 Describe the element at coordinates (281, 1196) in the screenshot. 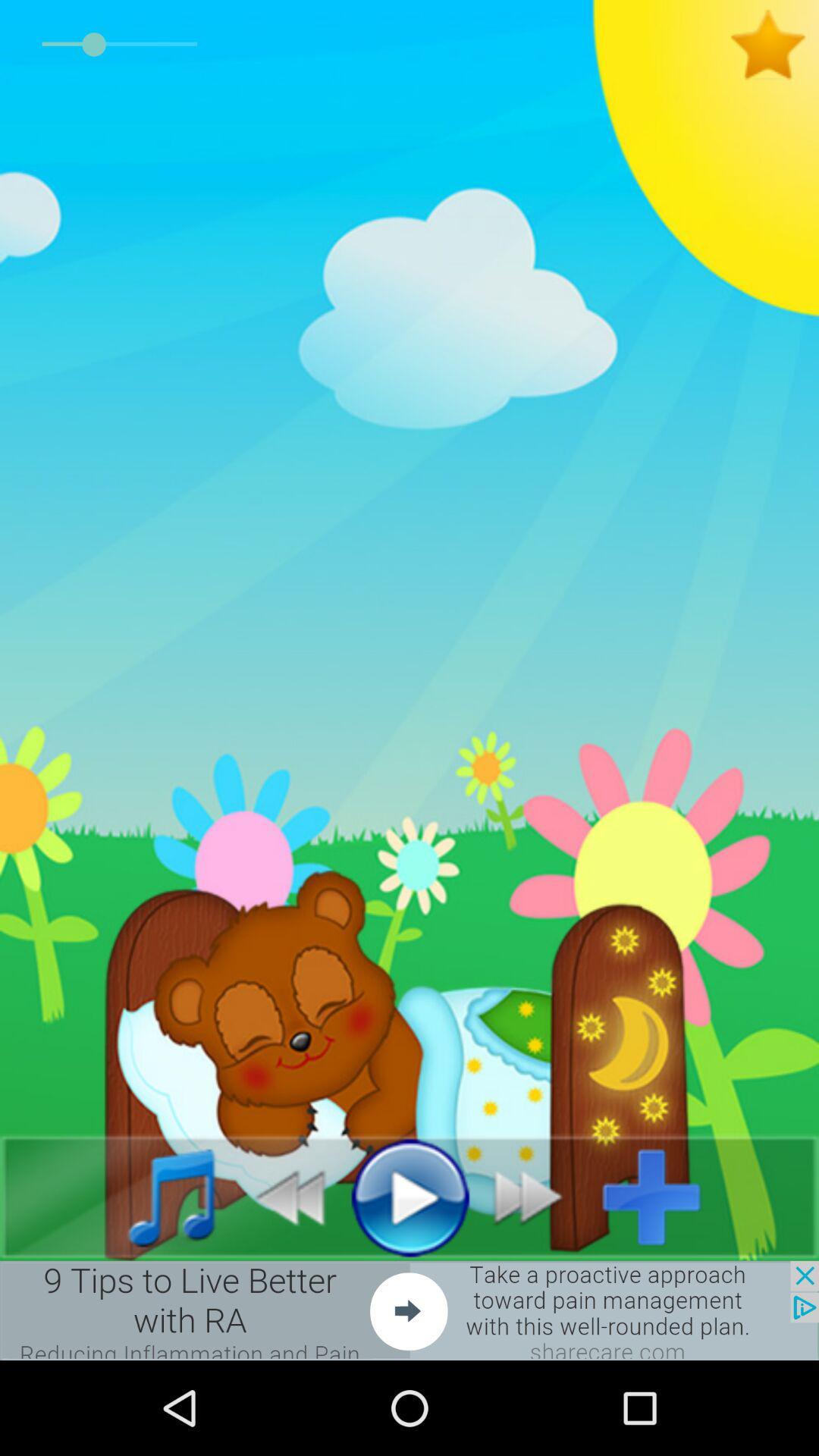

I see `the av_rewind icon` at that location.